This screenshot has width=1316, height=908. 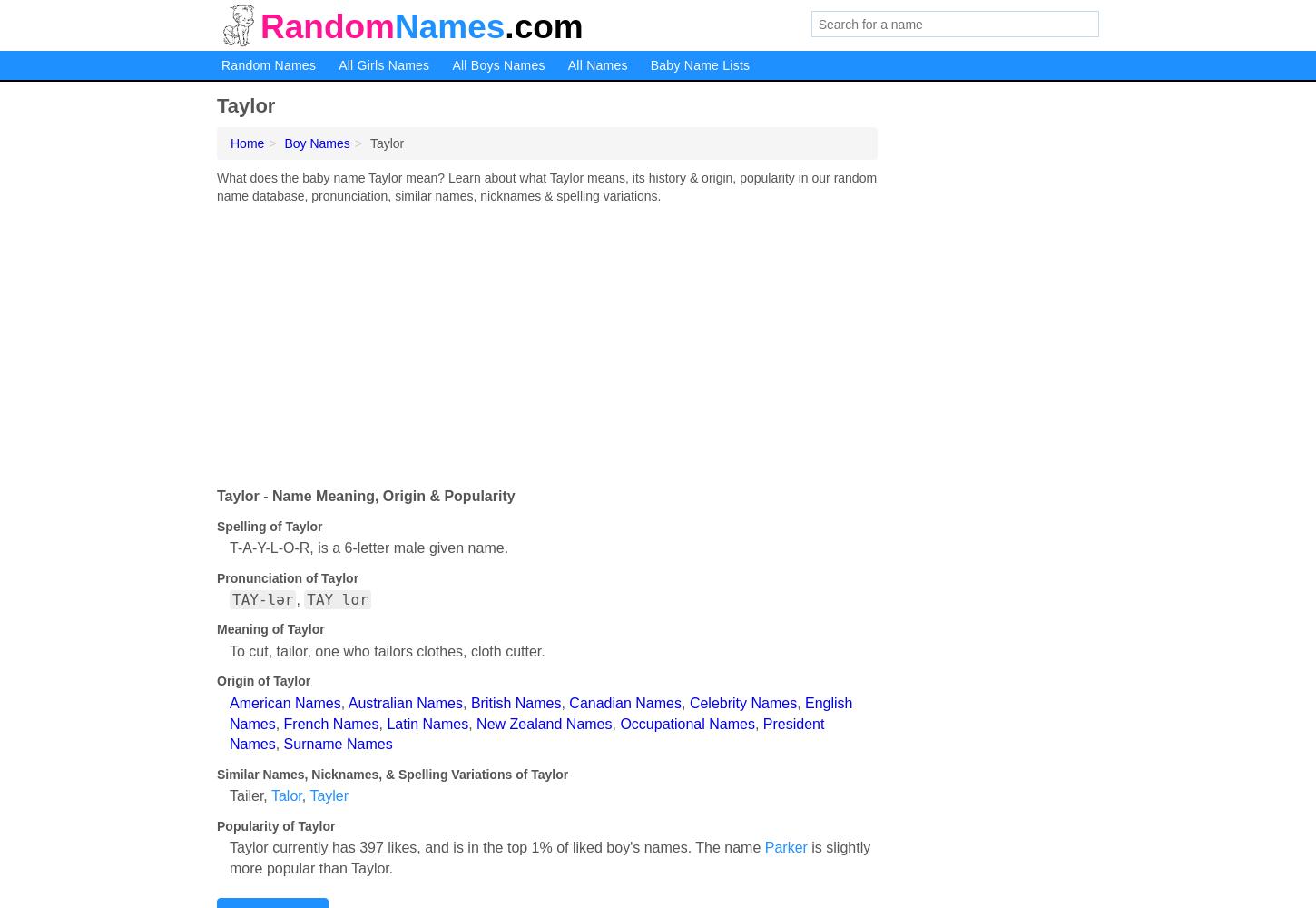 What do you see at coordinates (784, 847) in the screenshot?
I see `'Parker'` at bounding box center [784, 847].